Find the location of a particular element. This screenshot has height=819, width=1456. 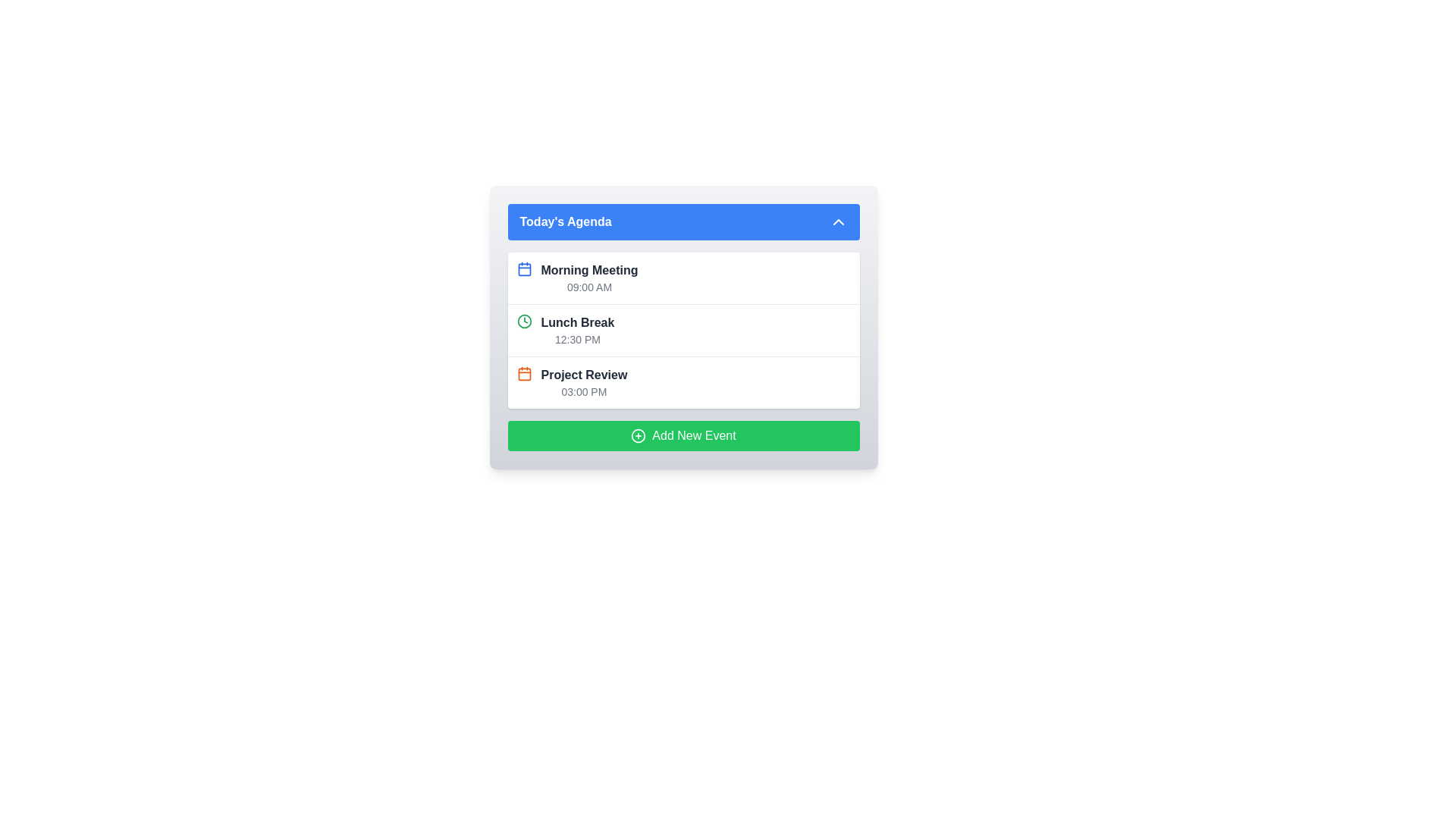

text from the 'Lunch Break' label, which is styled in bold, dark gray font and is part of the day's agenda section is located at coordinates (577, 322).